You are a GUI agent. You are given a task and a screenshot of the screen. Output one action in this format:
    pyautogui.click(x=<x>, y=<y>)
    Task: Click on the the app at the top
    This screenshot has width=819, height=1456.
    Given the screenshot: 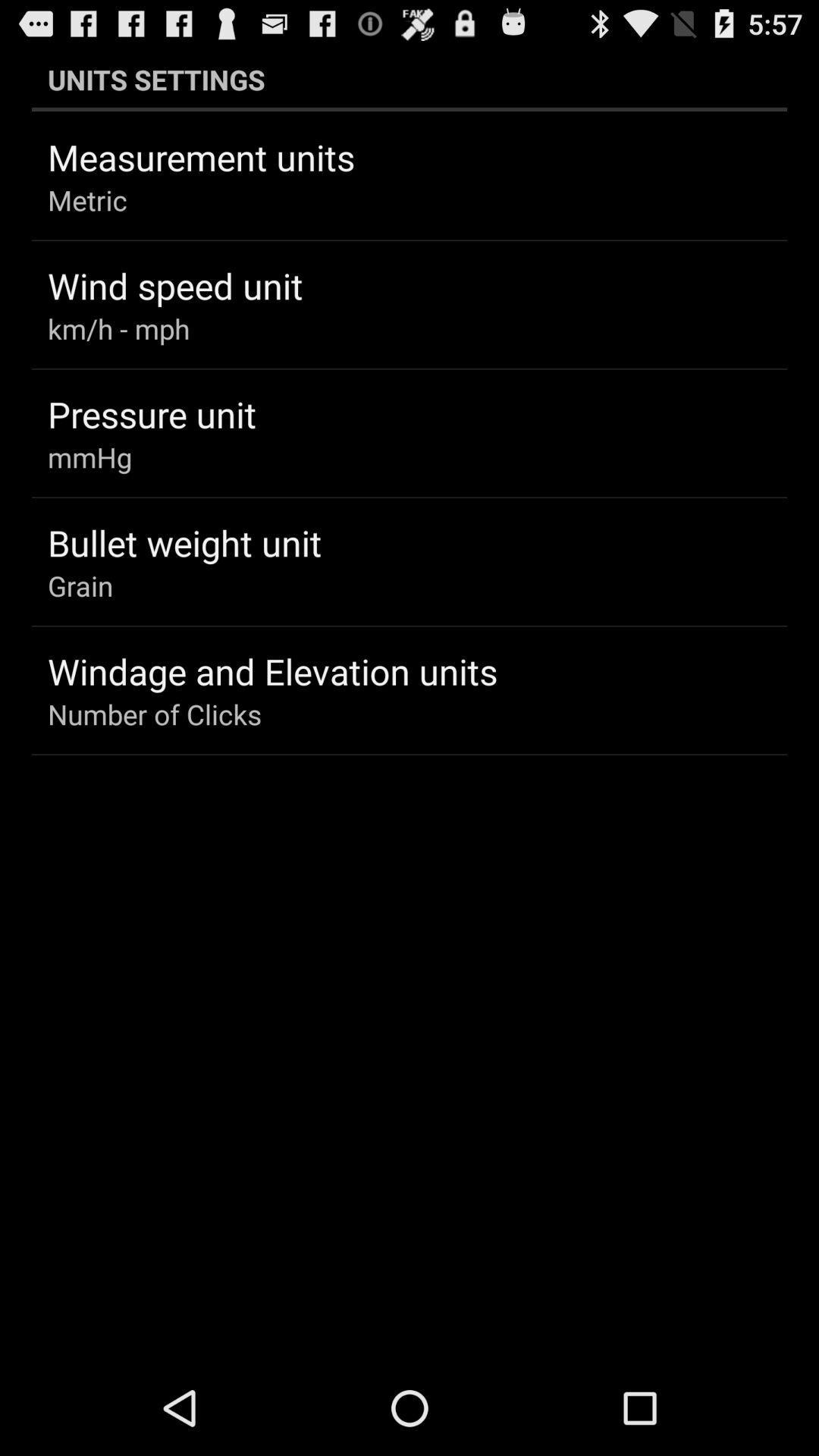 What is the action you would take?
    pyautogui.click(x=409, y=79)
    